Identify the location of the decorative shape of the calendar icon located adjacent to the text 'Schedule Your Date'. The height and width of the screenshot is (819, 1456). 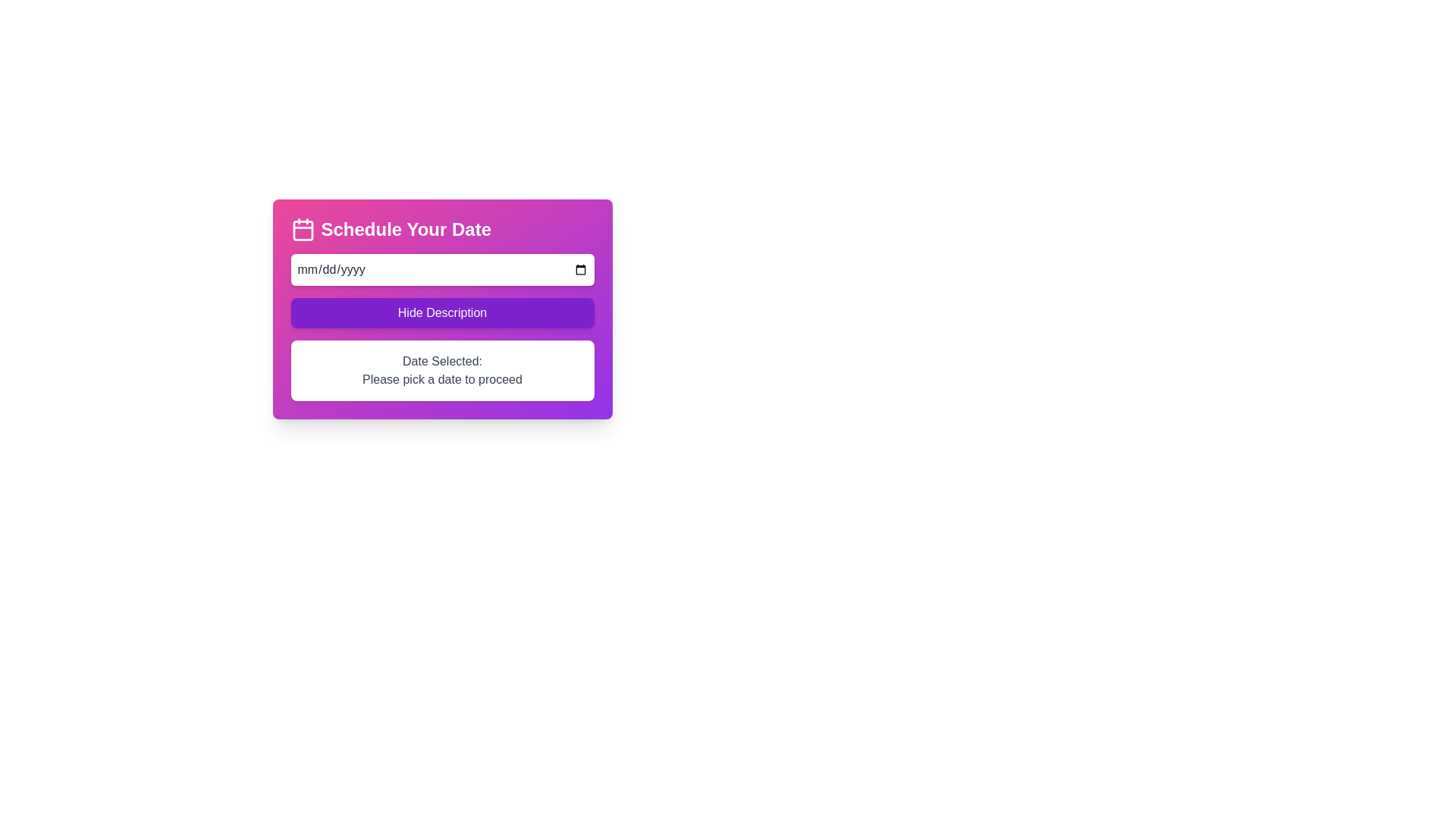
(303, 231).